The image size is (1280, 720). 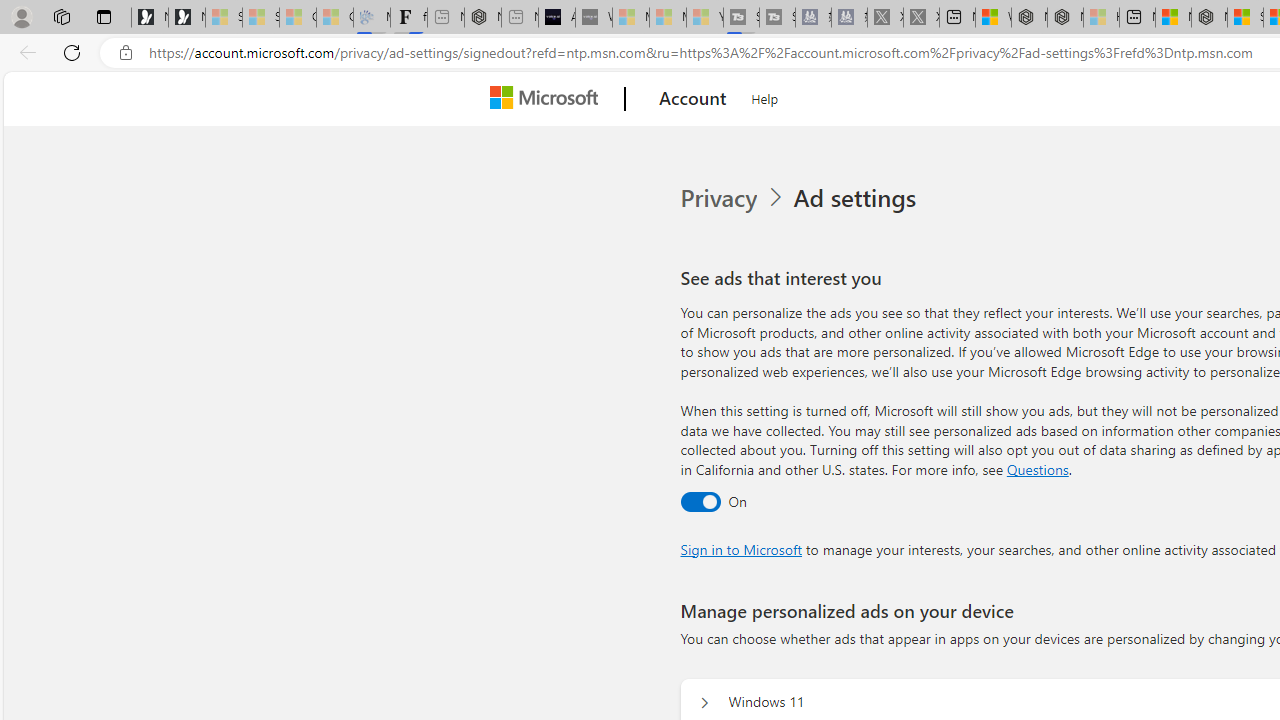 What do you see at coordinates (592, 17) in the screenshot?
I see `'What'` at bounding box center [592, 17].